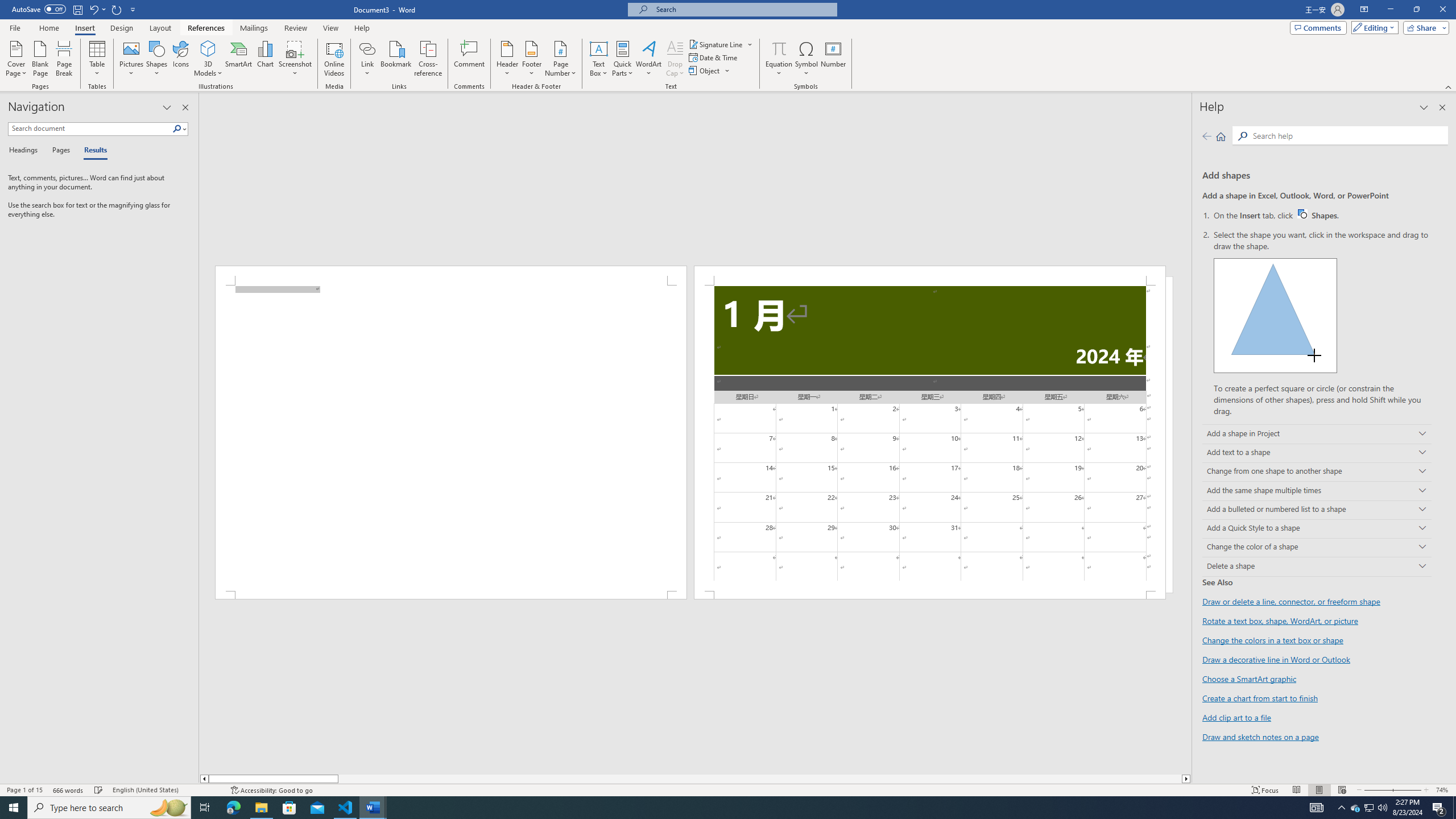  I want to click on 'Previous page', so click(1206, 135).